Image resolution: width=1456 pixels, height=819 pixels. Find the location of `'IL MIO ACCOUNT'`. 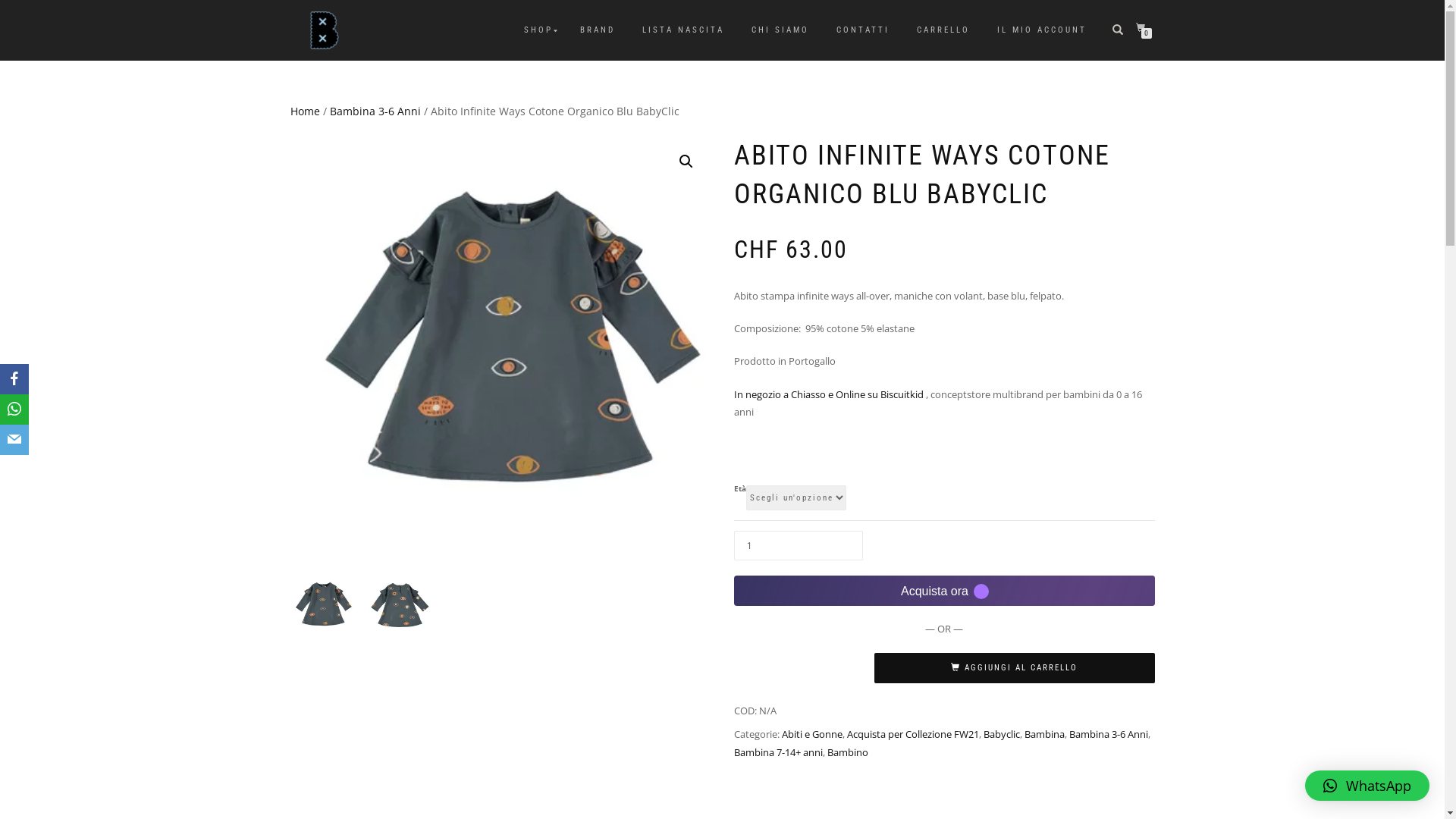

'IL MIO ACCOUNT' is located at coordinates (1040, 30).